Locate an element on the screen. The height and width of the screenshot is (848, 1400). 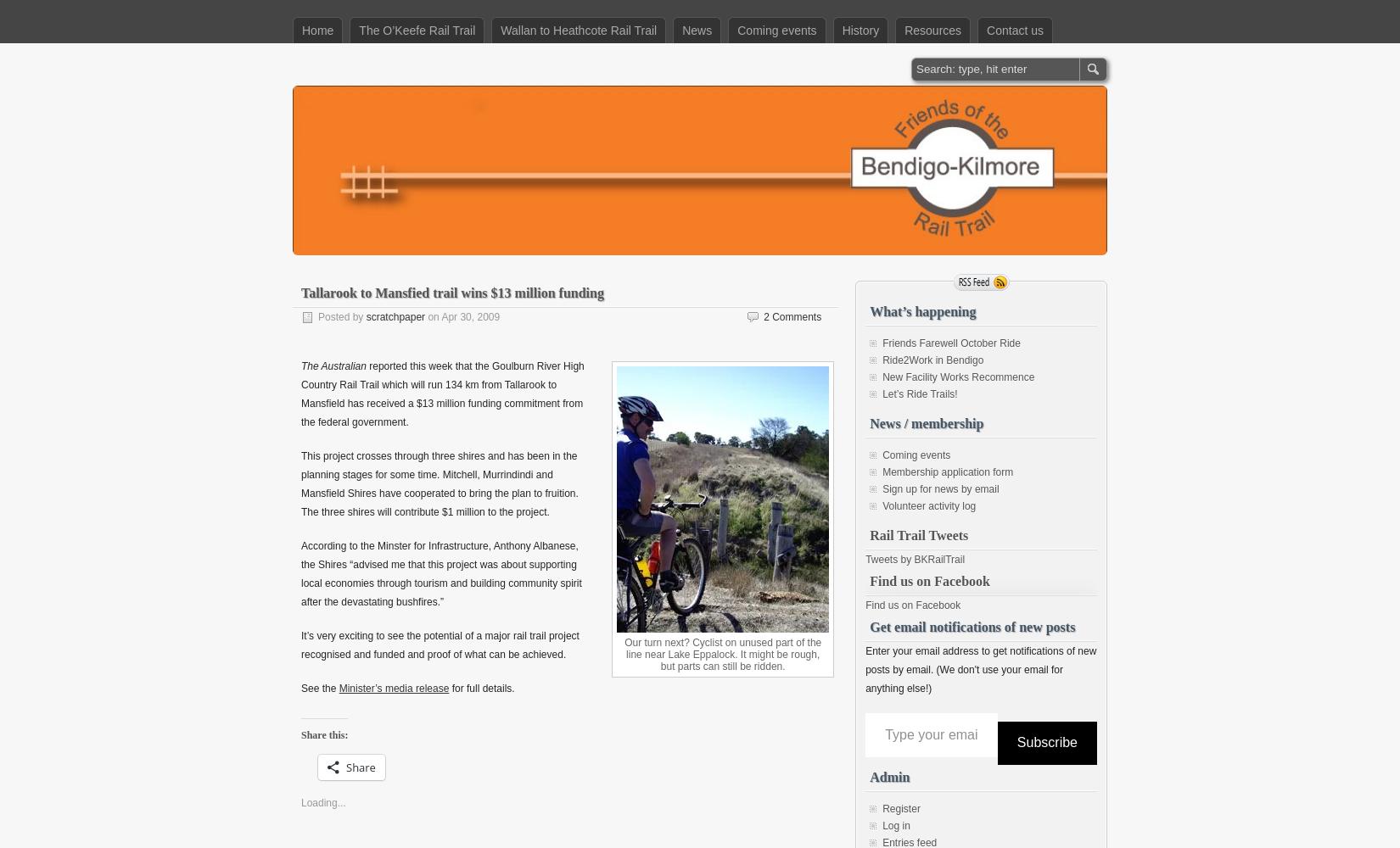
'Register' is located at coordinates (882, 807).